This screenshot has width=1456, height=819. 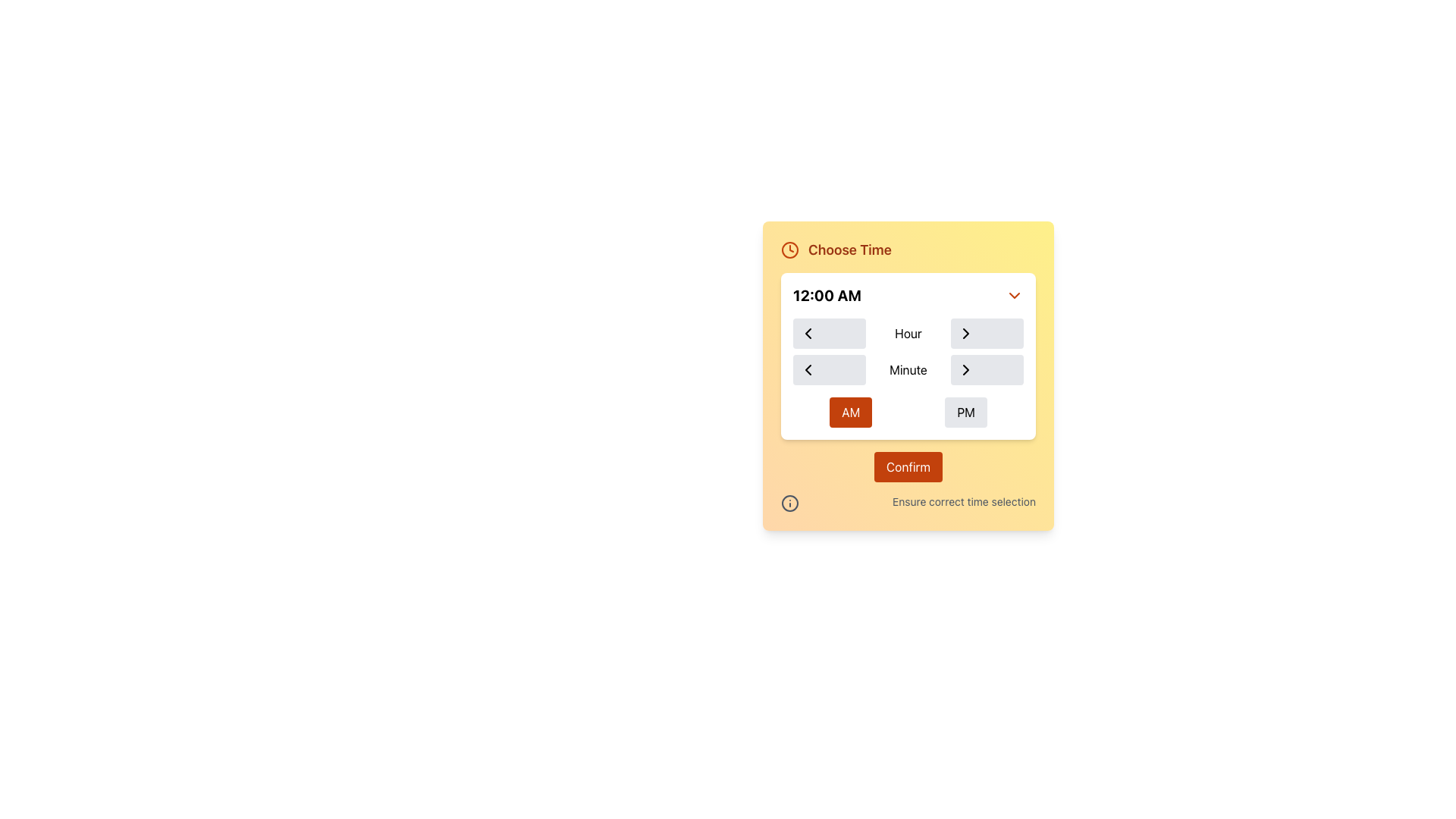 What do you see at coordinates (965, 412) in the screenshot?
I see `the 'PM' button in the time setting interface` at bounding box center [965, 412].